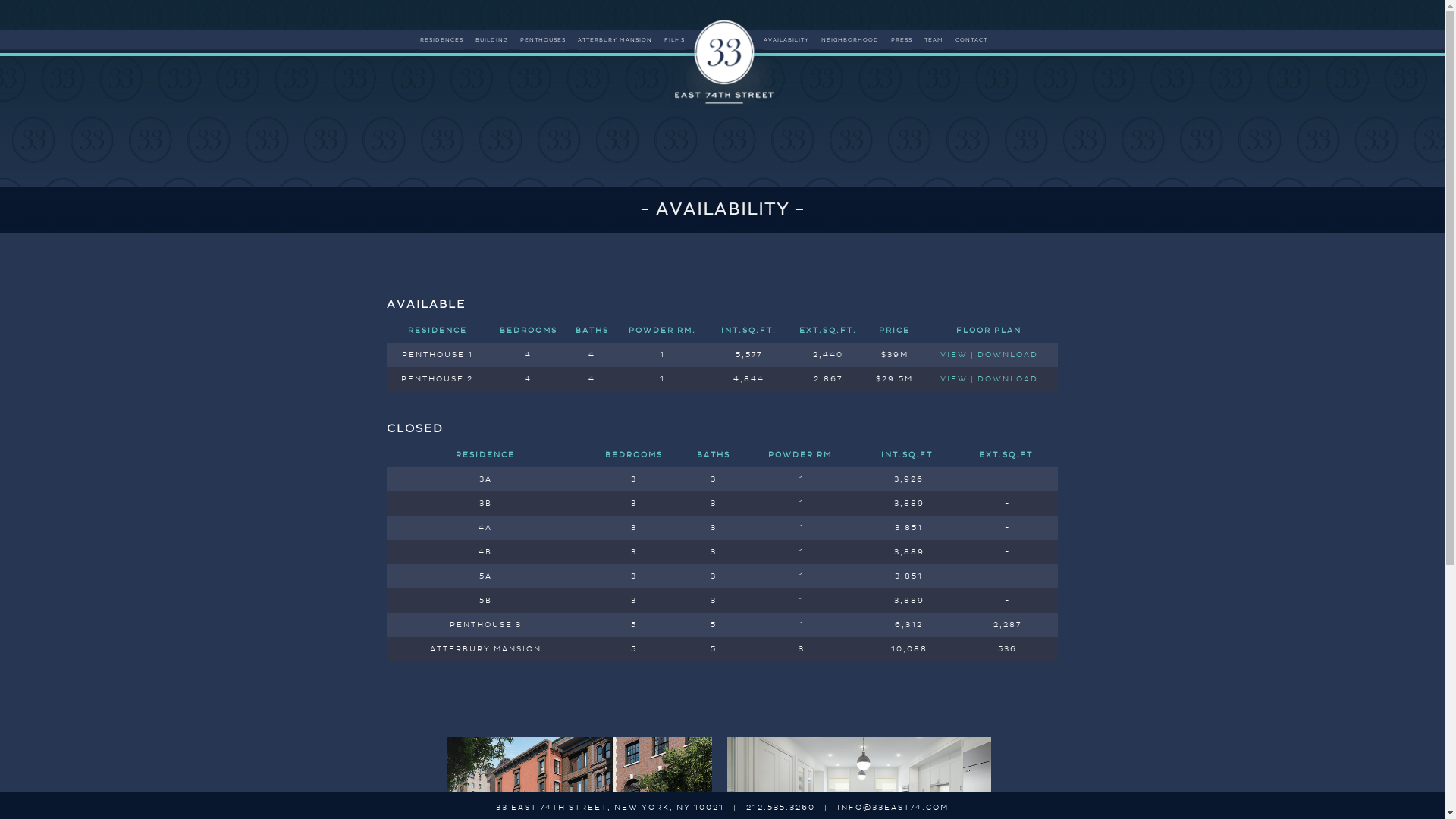 The image size is (1456, 819). What do you see at coordinates (971, 39) in the screenshot?
I see `'CONTACT'` at bounding box center [971, 39].